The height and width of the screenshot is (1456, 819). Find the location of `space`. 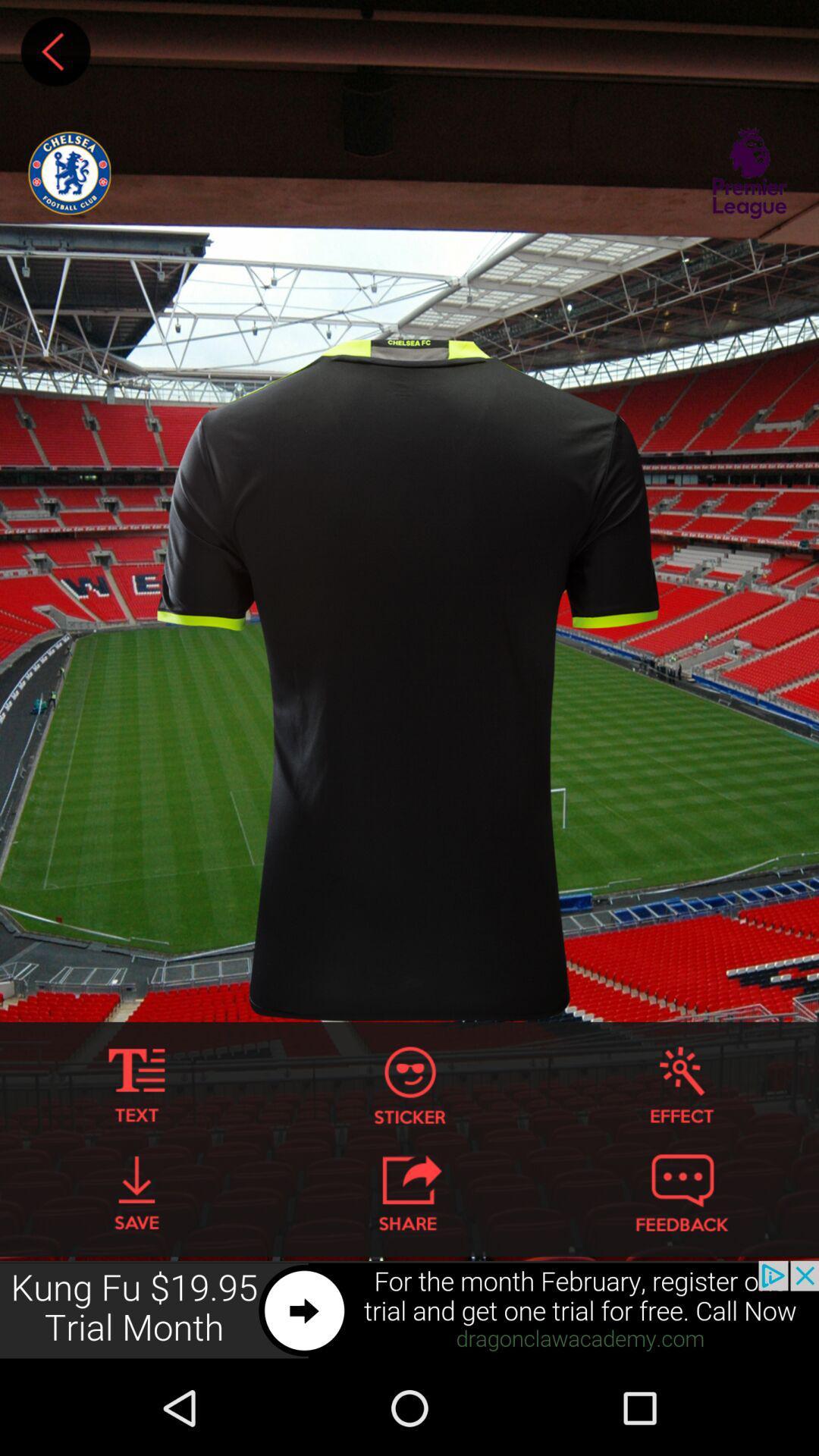

space is located at coordinates (55, 52).